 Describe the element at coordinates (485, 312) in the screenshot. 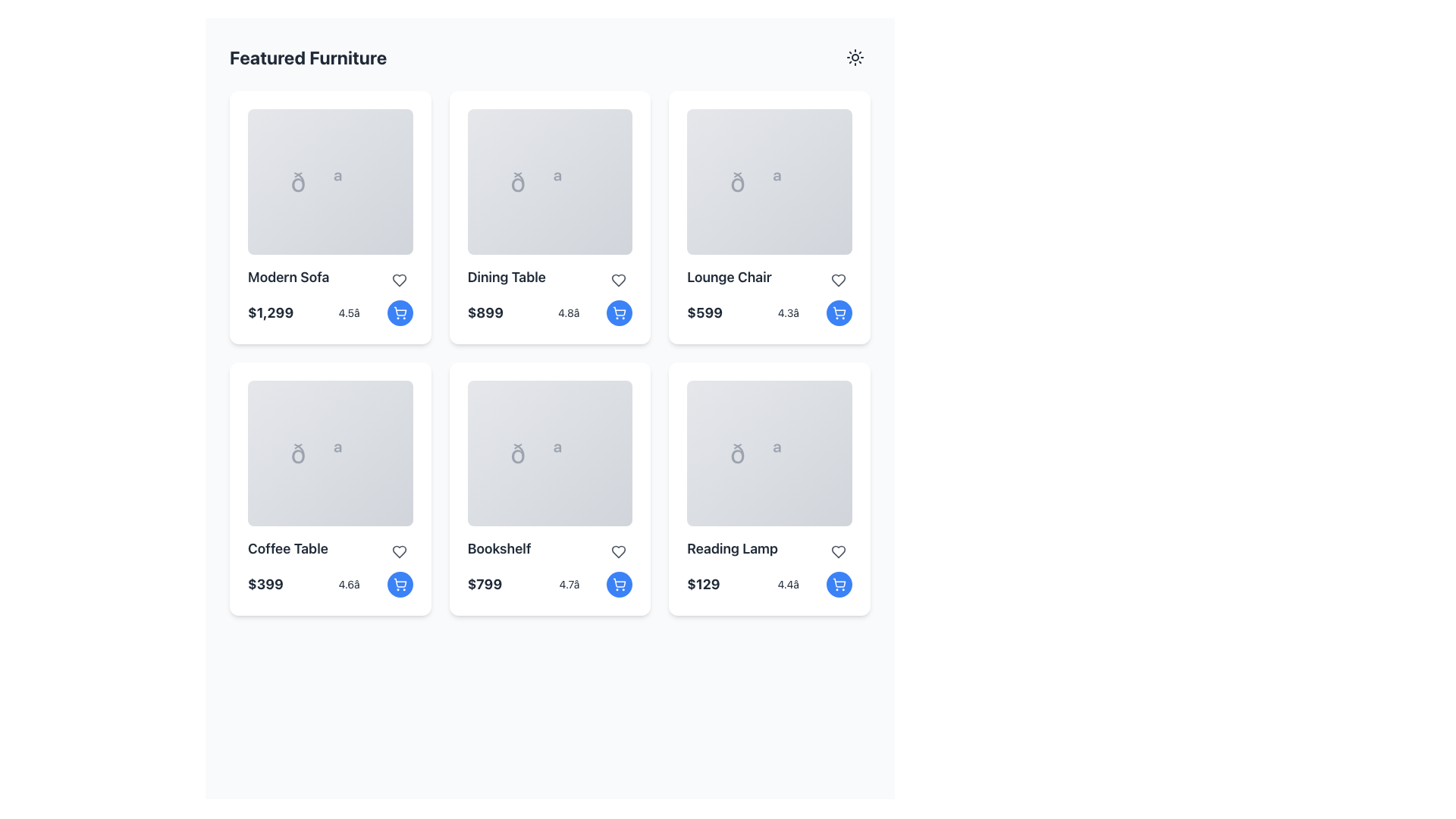

I see `text label displaying the price '$899' which is styled boldly and positioned in the second card of the grid under the 'Dining Table' title` at that location.